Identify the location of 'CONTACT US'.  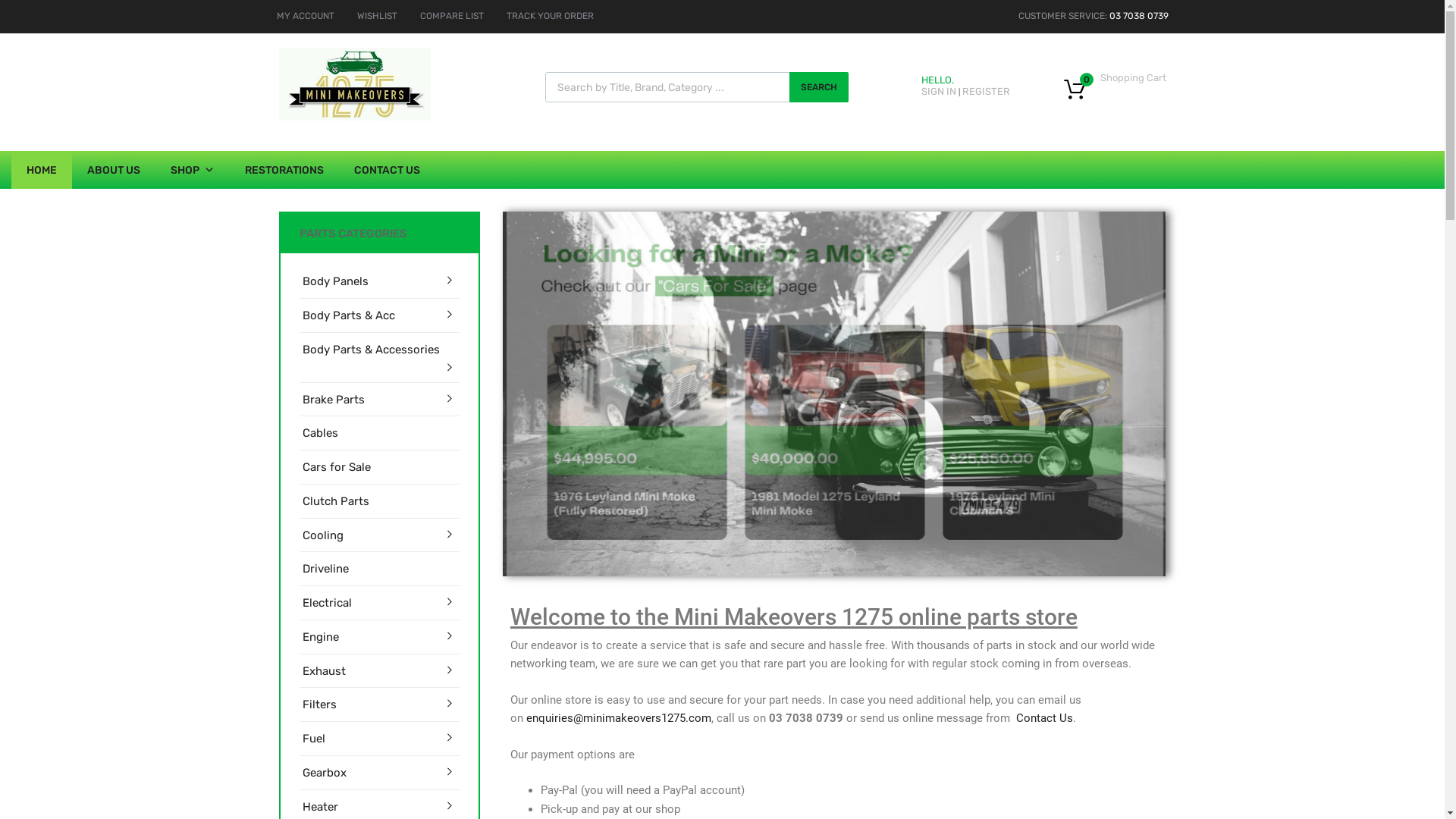
(387, 169).